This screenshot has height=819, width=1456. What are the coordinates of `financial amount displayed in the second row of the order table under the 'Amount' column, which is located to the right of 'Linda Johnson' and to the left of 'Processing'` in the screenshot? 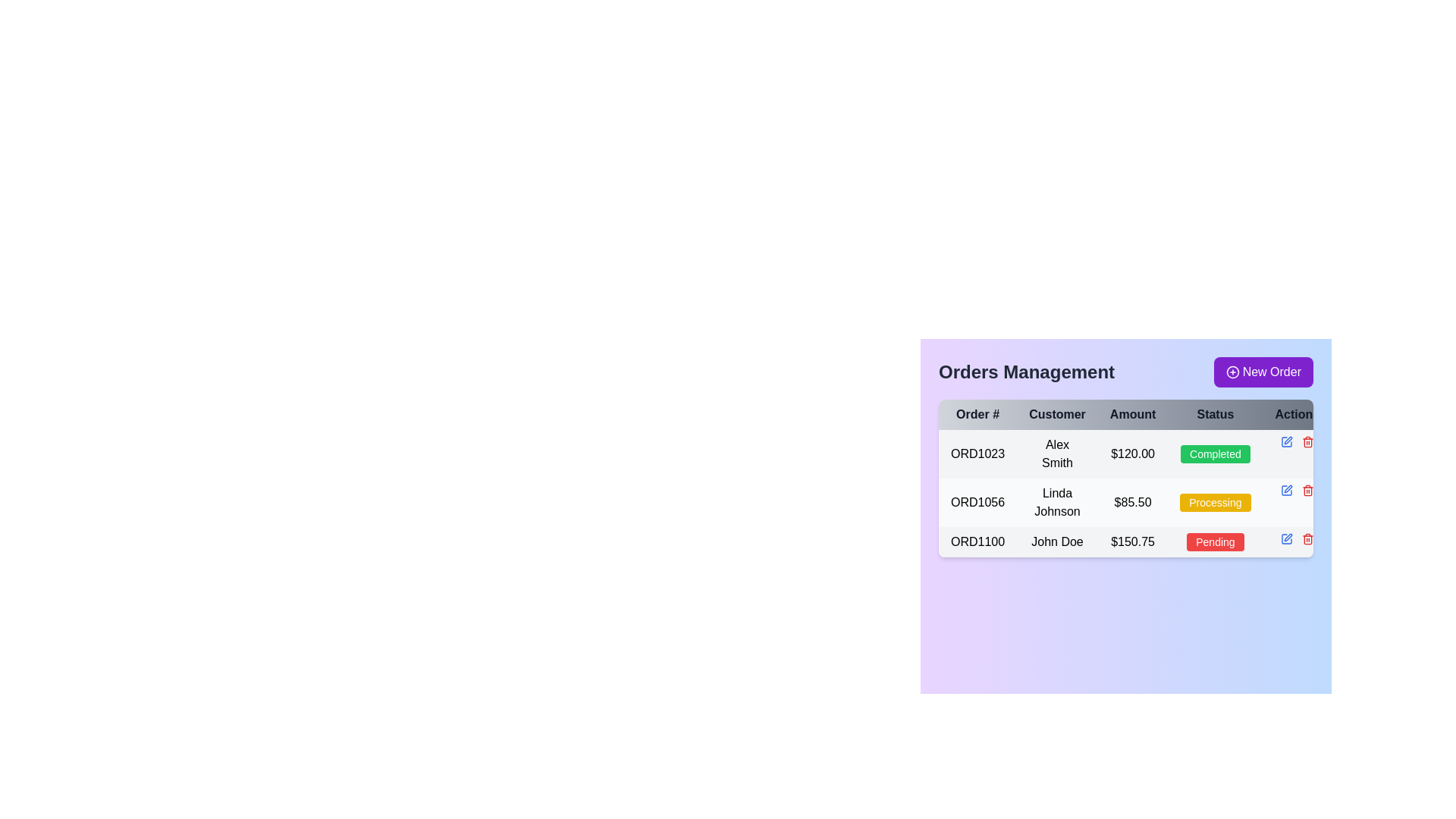 It's located at (1135, 494).